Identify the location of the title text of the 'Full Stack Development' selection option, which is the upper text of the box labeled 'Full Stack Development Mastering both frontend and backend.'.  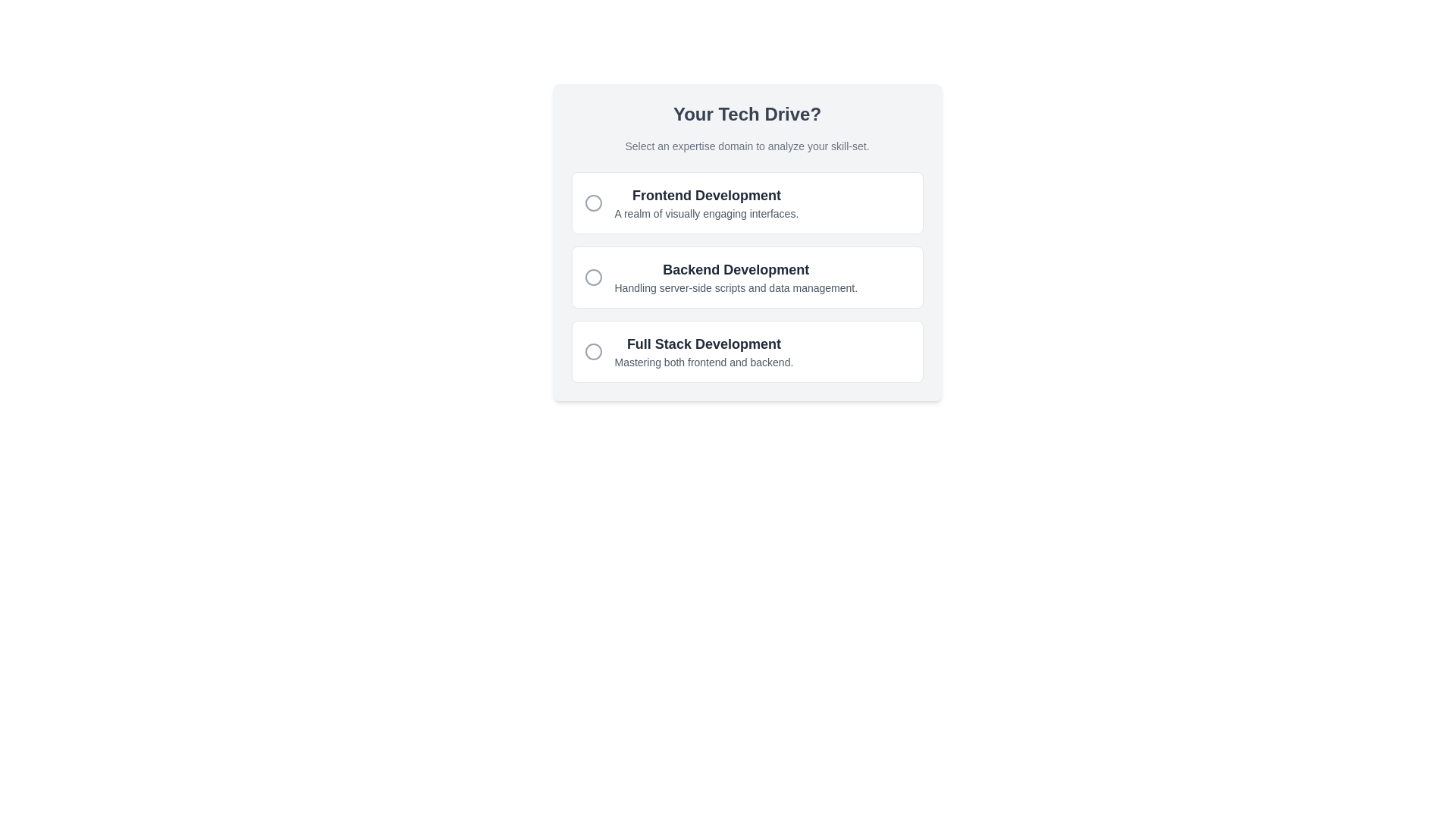
(703, 344).